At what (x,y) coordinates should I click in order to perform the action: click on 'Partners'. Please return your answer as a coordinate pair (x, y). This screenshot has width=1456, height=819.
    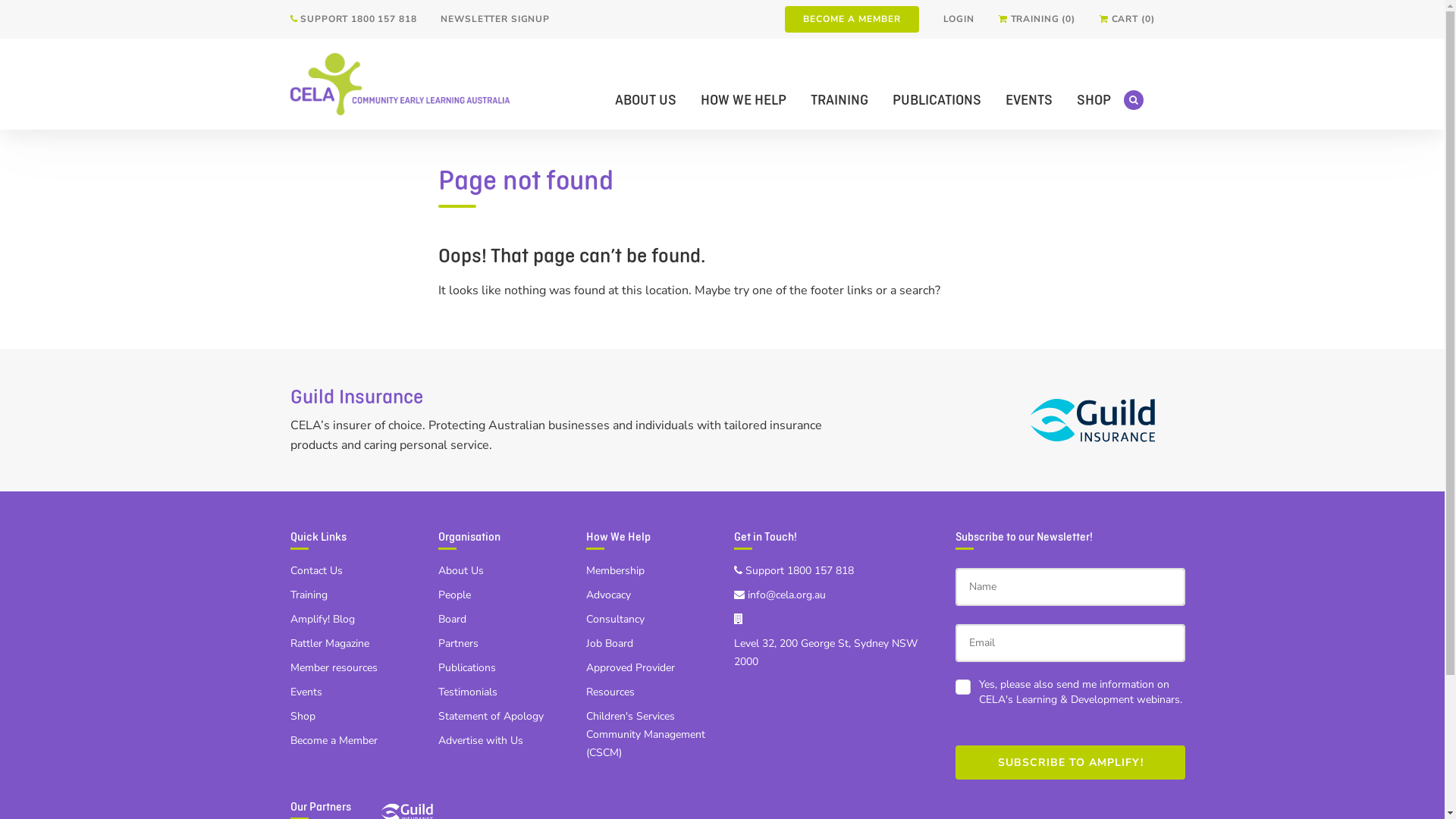
    Looking at the image, I should click on (437, 643).